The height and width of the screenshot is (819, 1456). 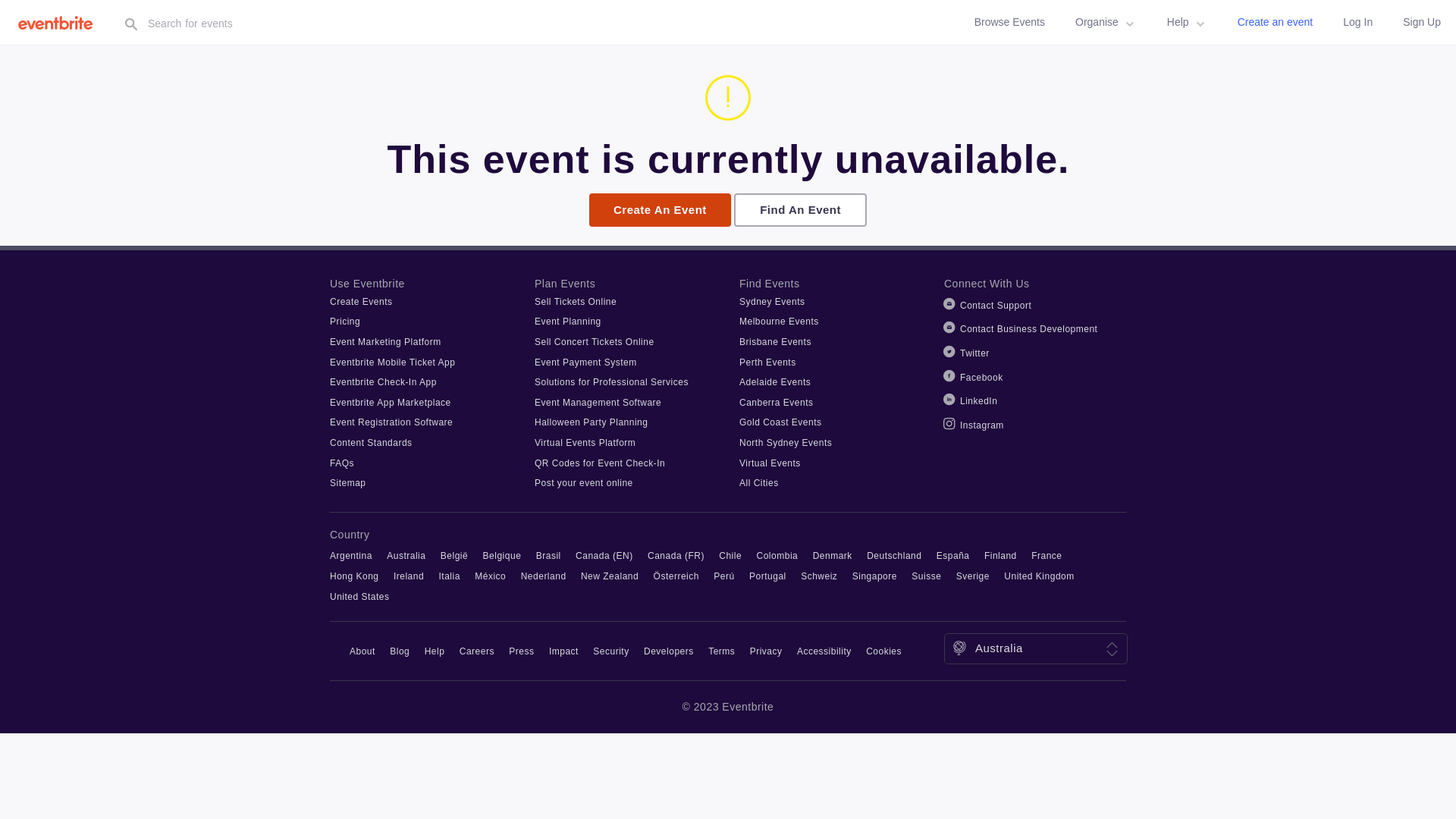 What do you see at coordinates (1037, 576) in the screenshot?
I see `'United Kingdom'` at bounding box center [1037, 576].